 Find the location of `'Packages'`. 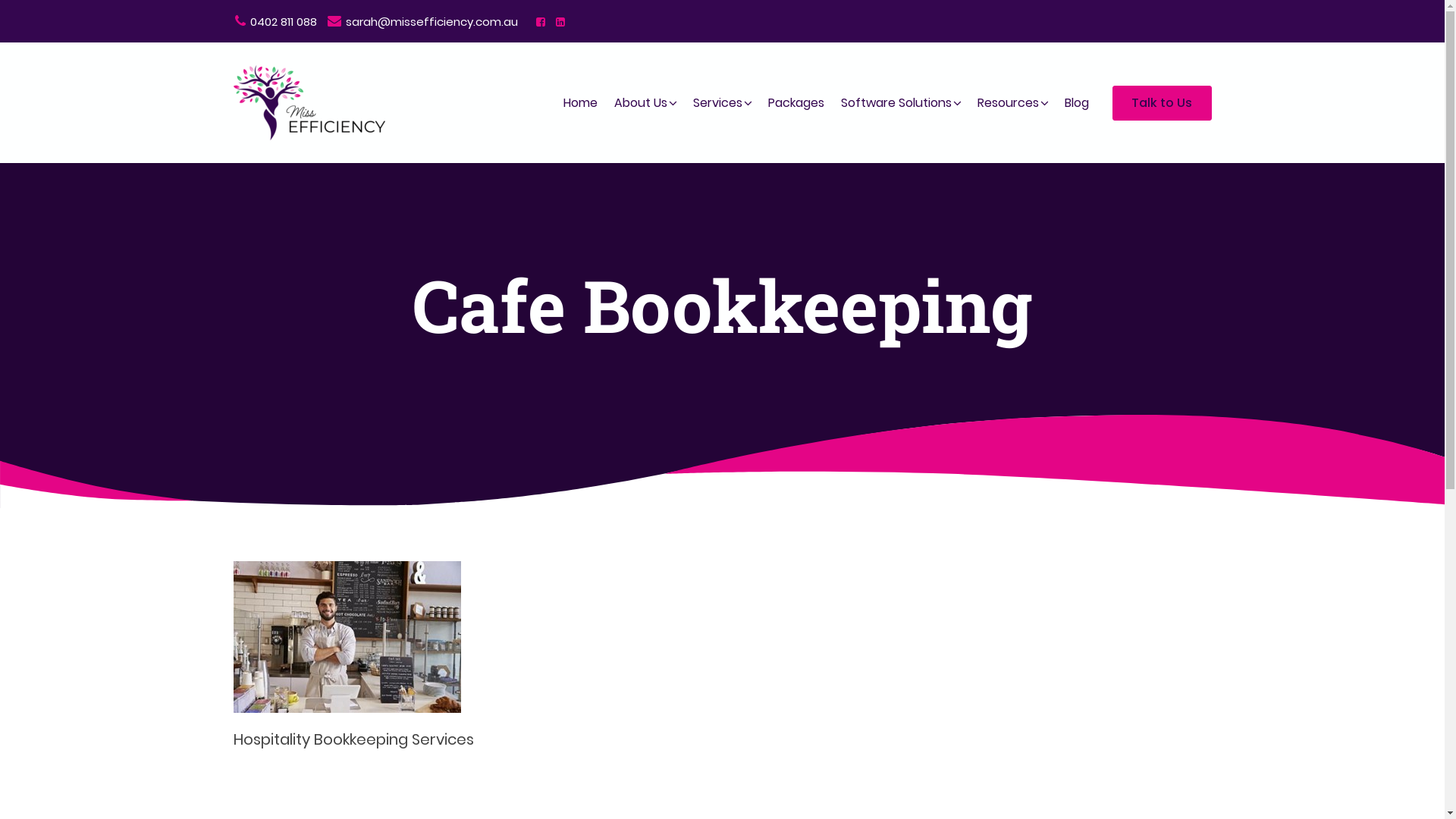

'Packages' is located at coordinates (764, 102).